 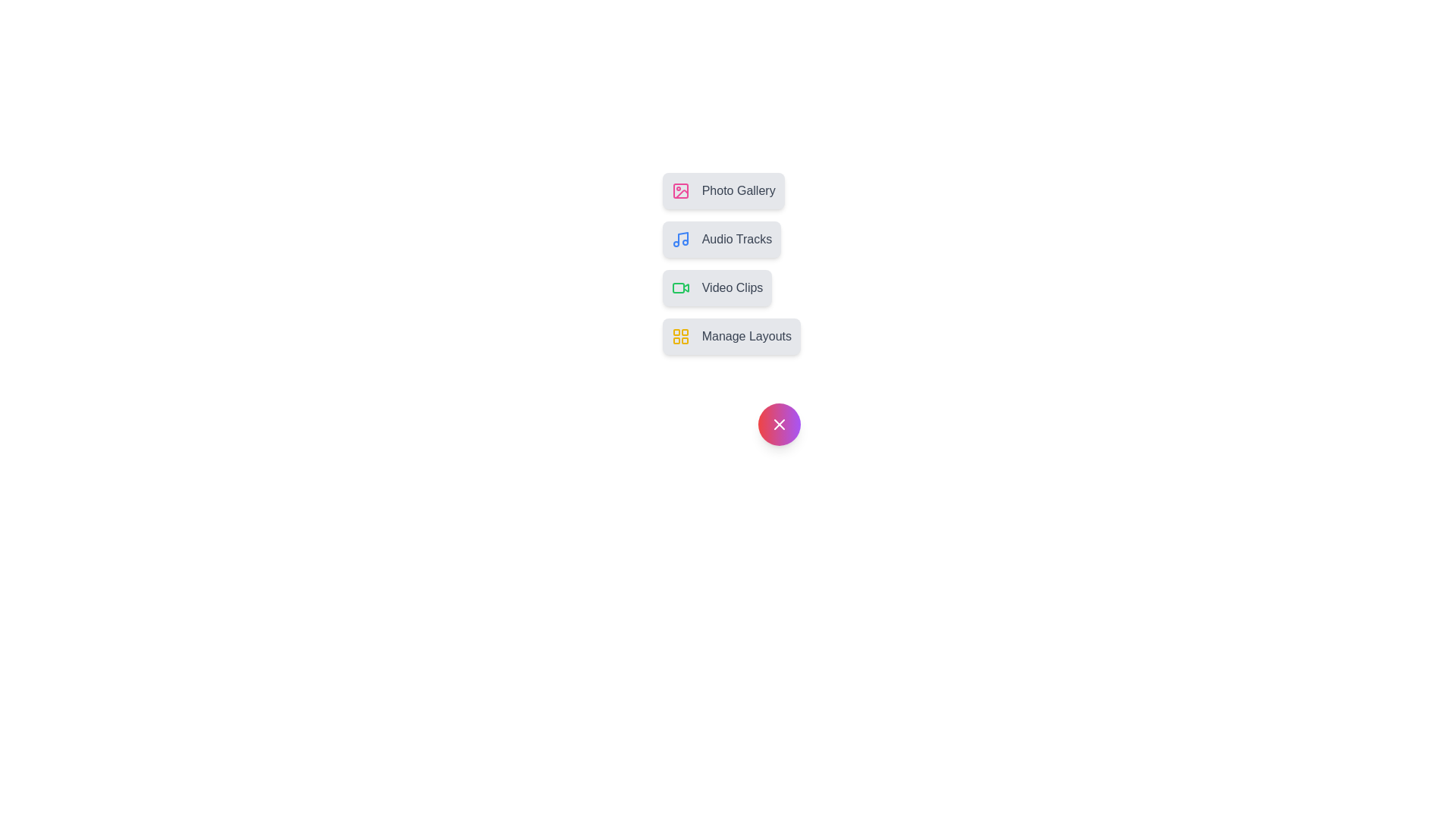 I want to click on the 'Video Clips' button, which is a rectangular button with a light gray background, rounded corners, and a green video camera icon on the left, to potentially display additional information or styles, so click(x=716, y=288).